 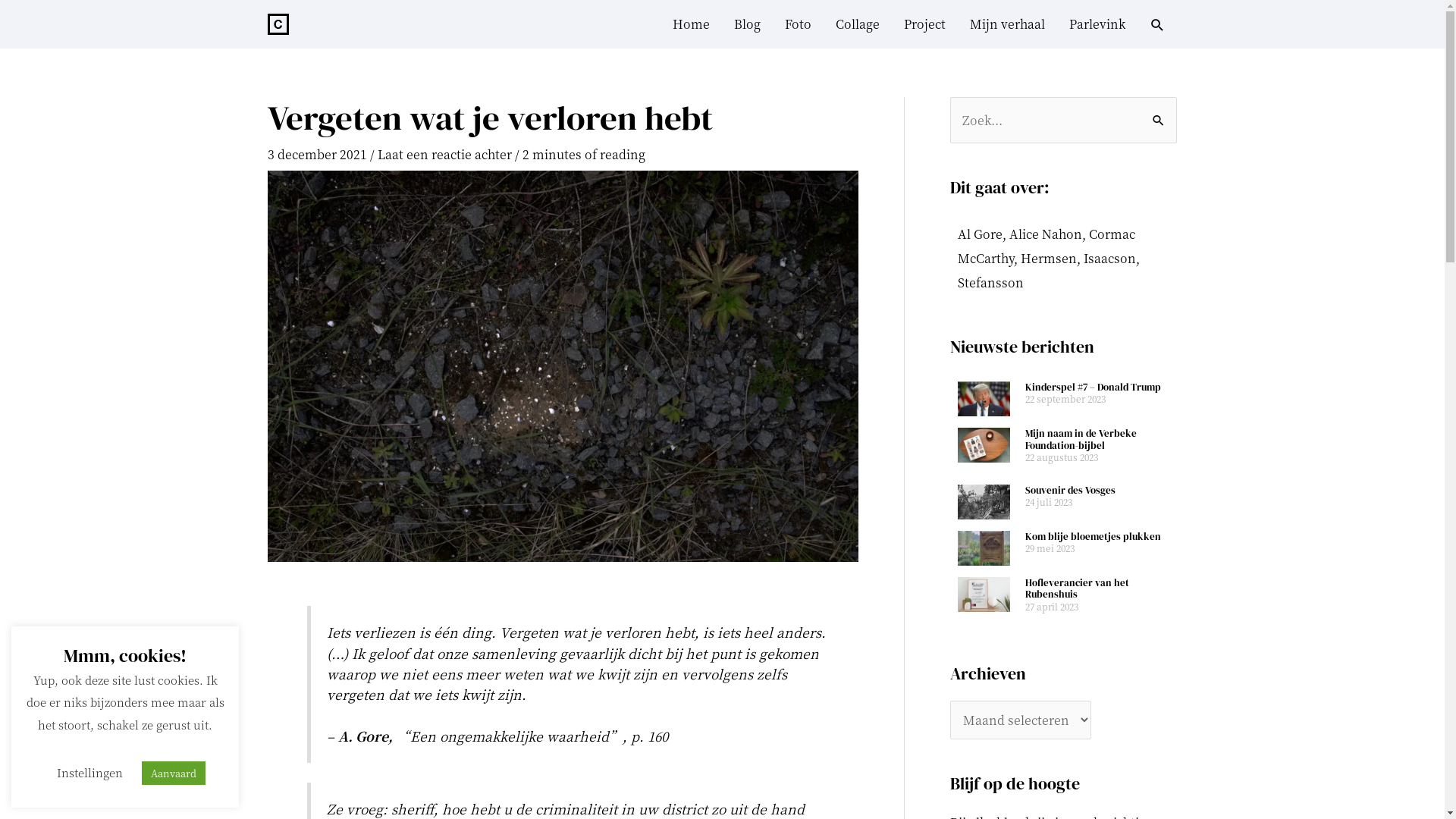 What do you see at coordinates (956, 24) in the screenshot?
I see `'Mijn verhaal'` at bounding box center [956, 24].